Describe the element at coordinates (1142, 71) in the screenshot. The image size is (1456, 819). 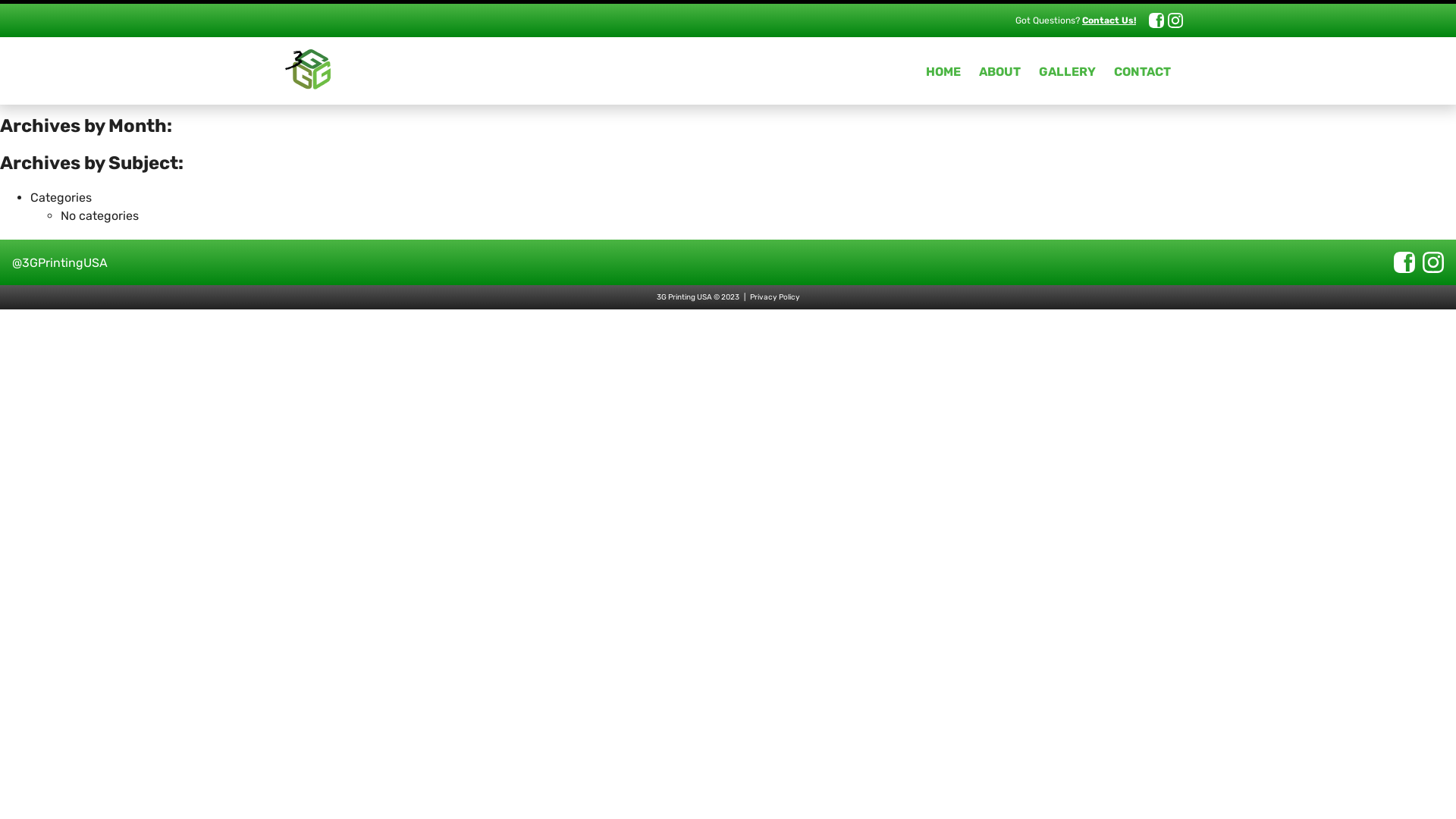
I see `'CONTACT'` at that location.